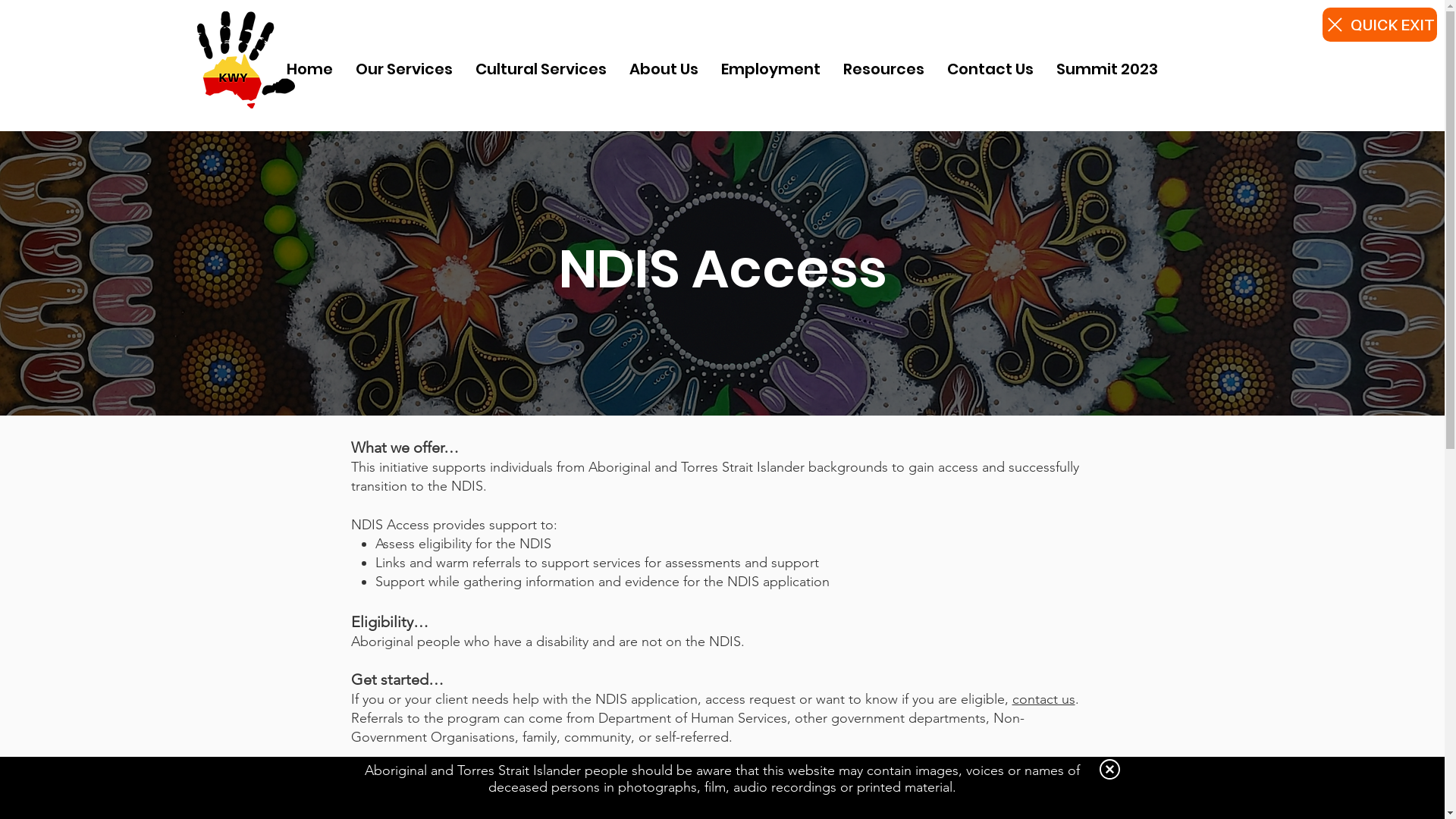 This screenshot has width=1456, height=819. Describe the element at coordinates (664, 69) in the screenshot. I see `'About Us'` at that location.